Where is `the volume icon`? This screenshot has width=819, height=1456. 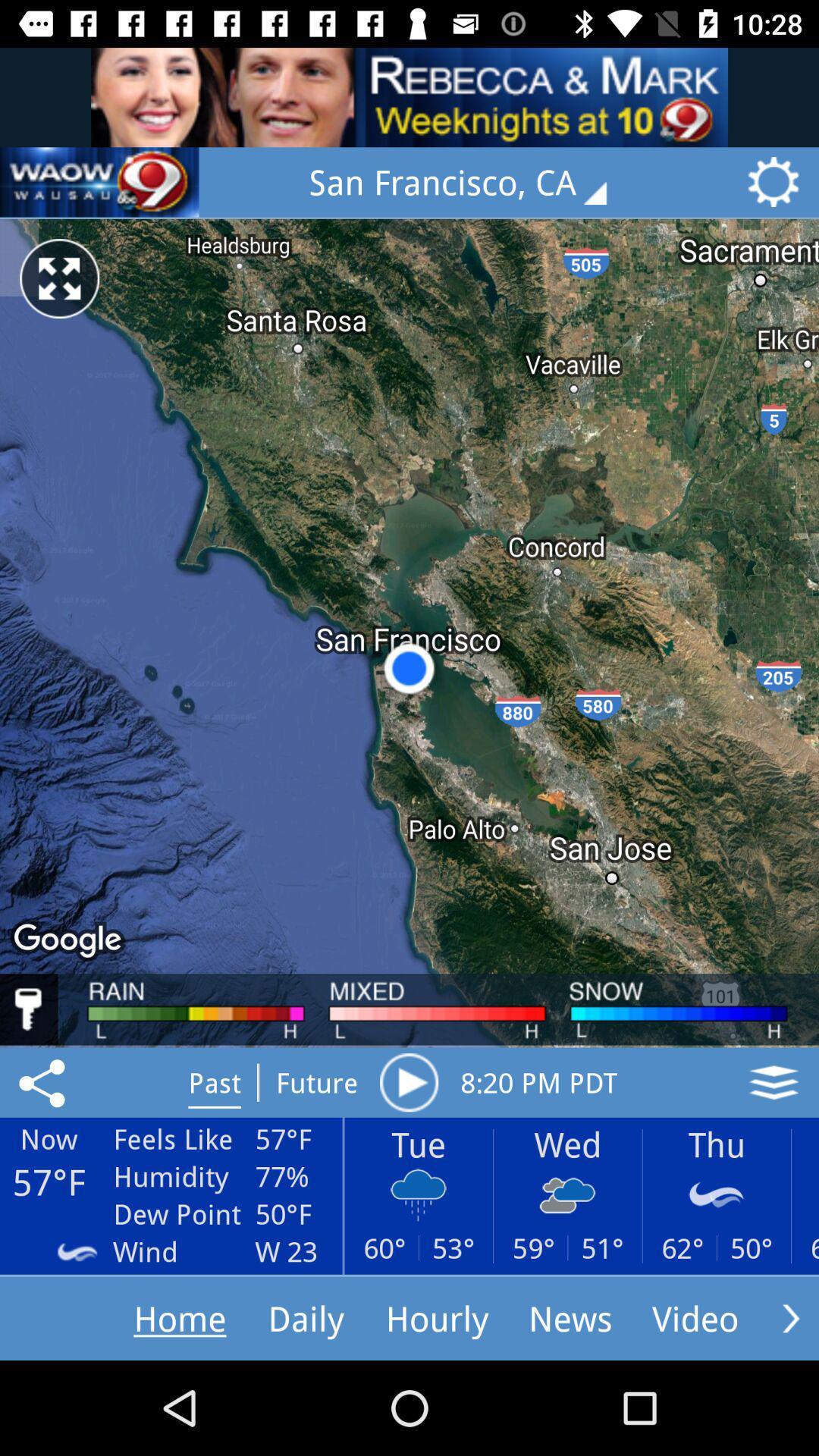 the volume icon is located at coordinates (99, 182).